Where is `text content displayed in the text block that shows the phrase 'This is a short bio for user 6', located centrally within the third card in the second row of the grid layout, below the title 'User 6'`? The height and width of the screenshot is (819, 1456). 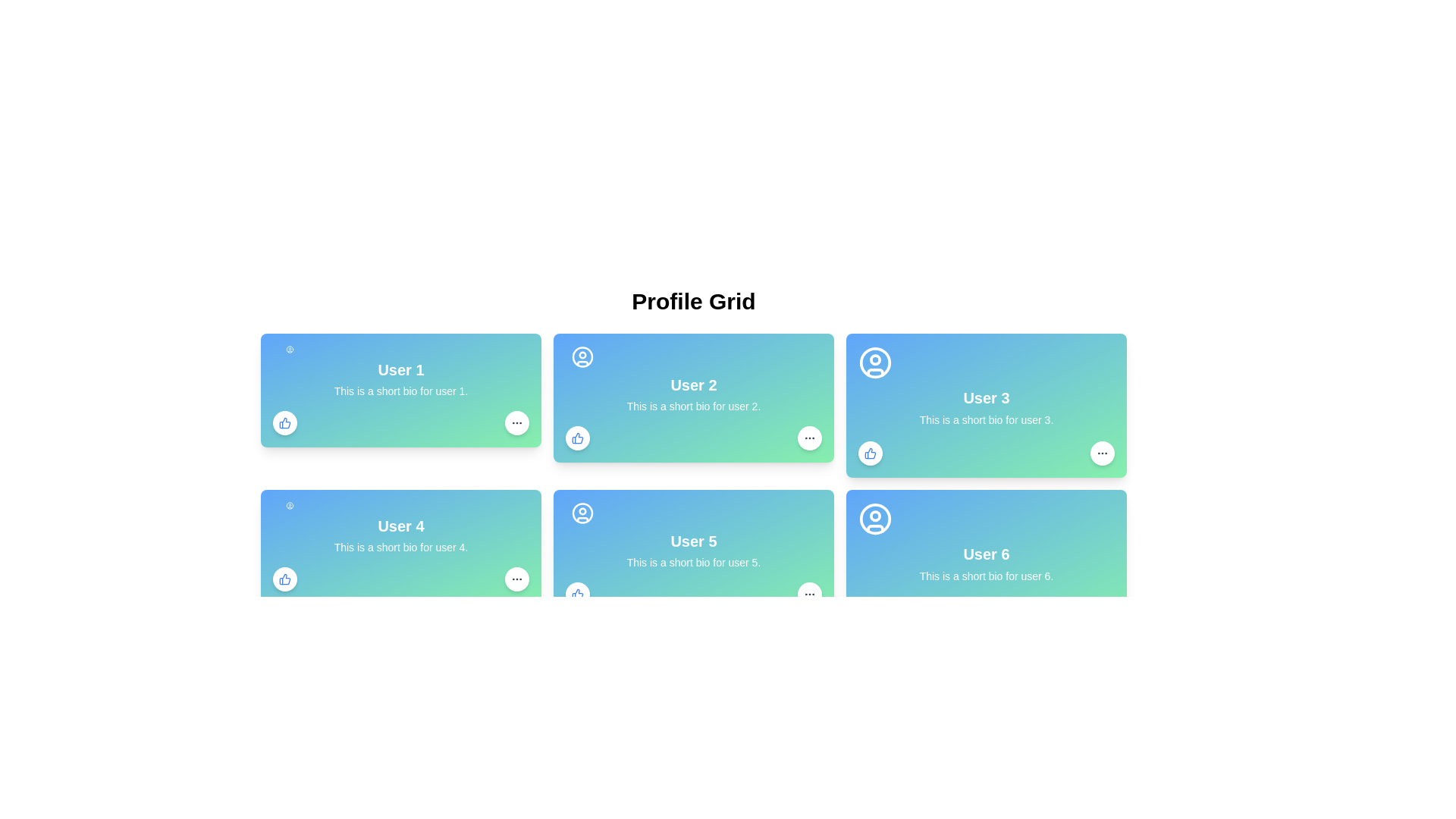 text content displayed in the text block that shows the phrase 'This is a short bio for user 6', located centrally within the third card in the second row of the grid layout, below the title 'User 6' is located at coordinates (986, 576).